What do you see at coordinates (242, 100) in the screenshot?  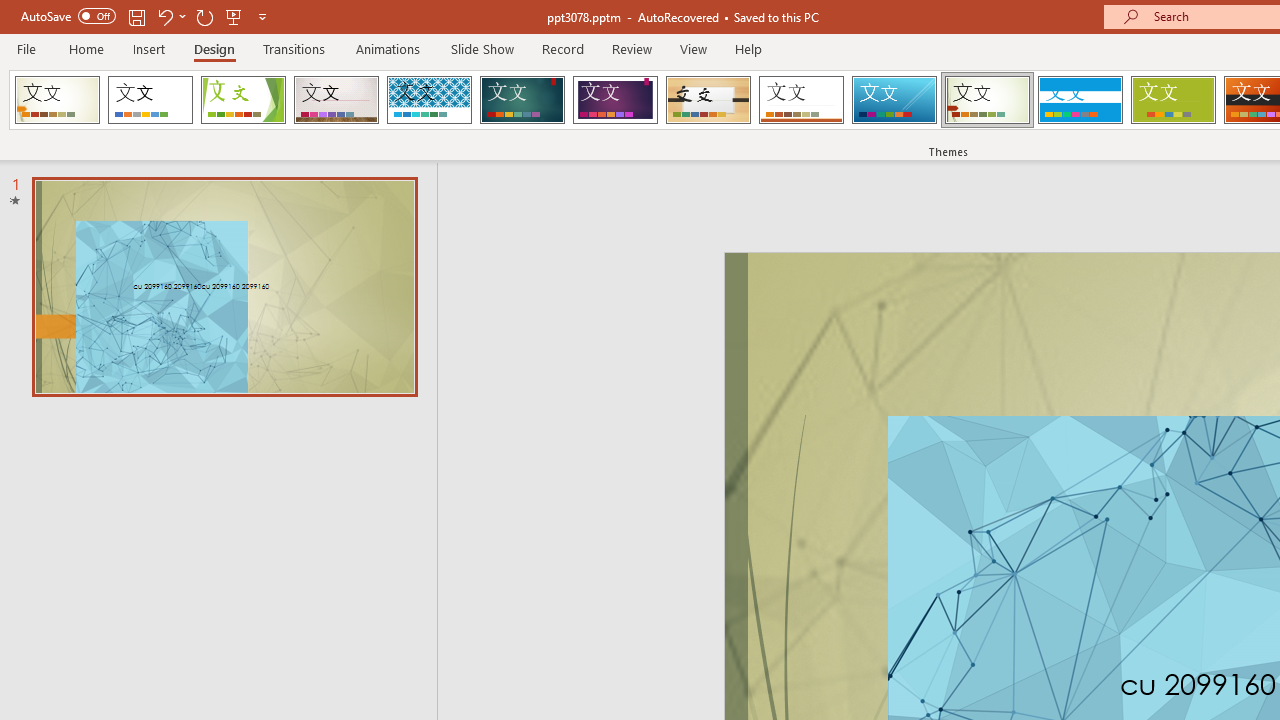 I see `'Facet'` at bounding box center [242, 100].